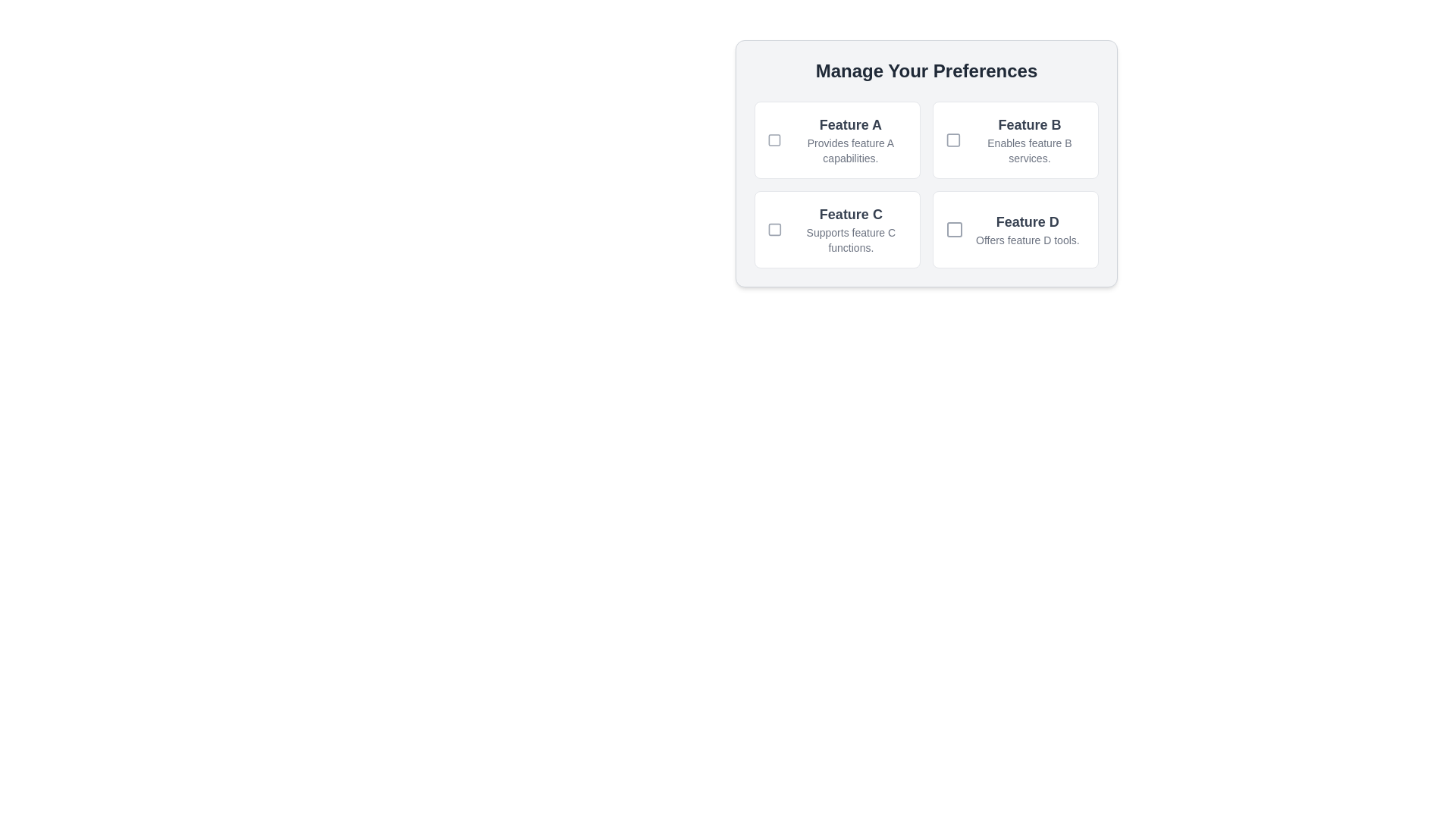 This screenshot has height=819, width=1456. I want to click on the decorative icon representing 'Feature C' located at the top-left corner of the 'Feature C' card, so click(774, 230).